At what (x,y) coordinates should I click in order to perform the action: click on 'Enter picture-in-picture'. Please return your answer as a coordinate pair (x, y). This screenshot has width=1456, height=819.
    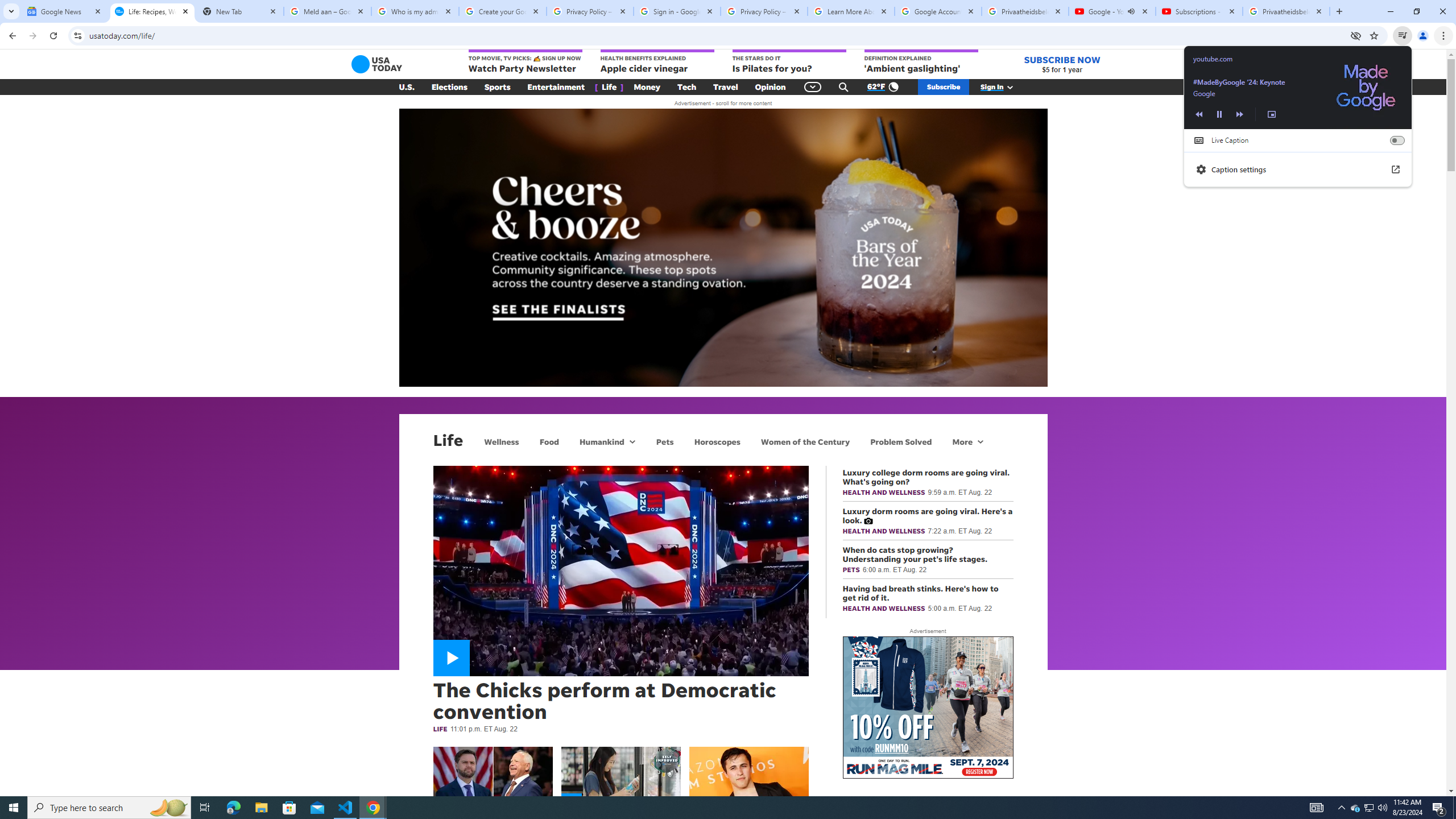
    Looking at the image, I should click on (1270, 113).